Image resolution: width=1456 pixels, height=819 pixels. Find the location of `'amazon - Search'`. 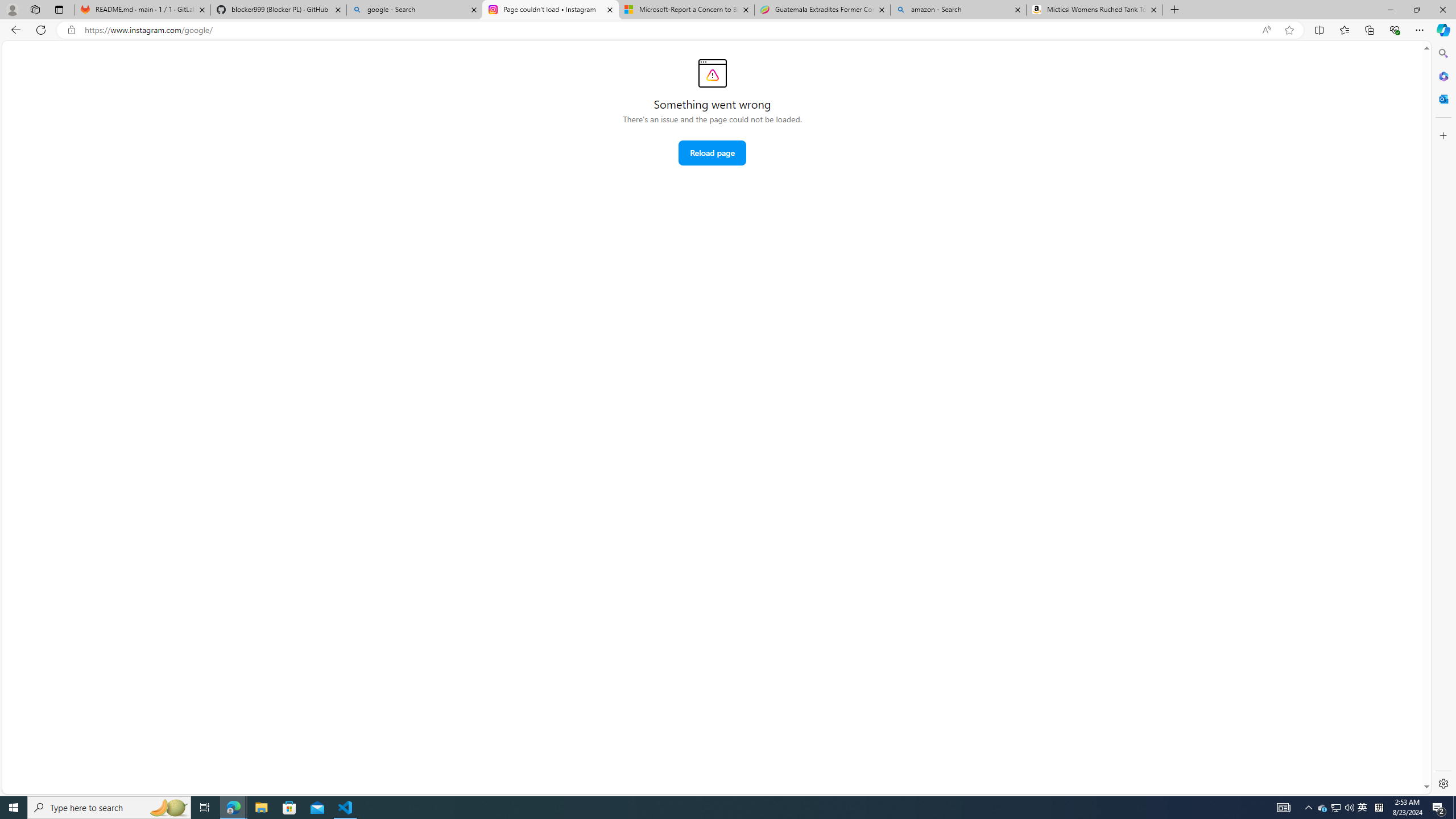

'amazon - Search' is located at coordinates (957, 9).